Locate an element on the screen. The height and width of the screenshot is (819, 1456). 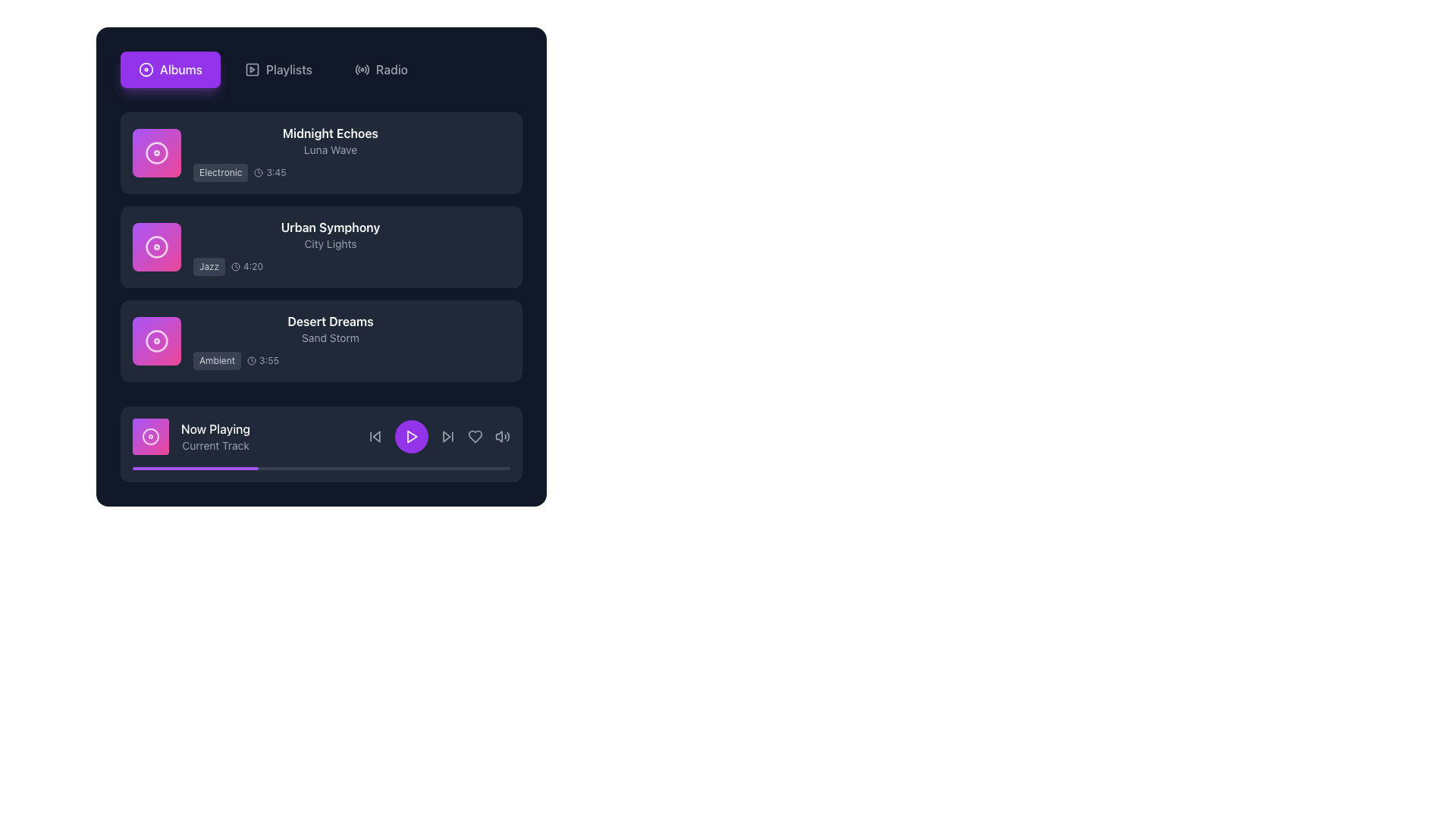
the navigation button labeled 'Radio' to switch the current view or operation mode to 'Radio'. This button is the third option in the horizontal navigation section titled 'Albums Playlists Radio', positioned to the right of 'Playlists' is located at coordinates (381, 70).